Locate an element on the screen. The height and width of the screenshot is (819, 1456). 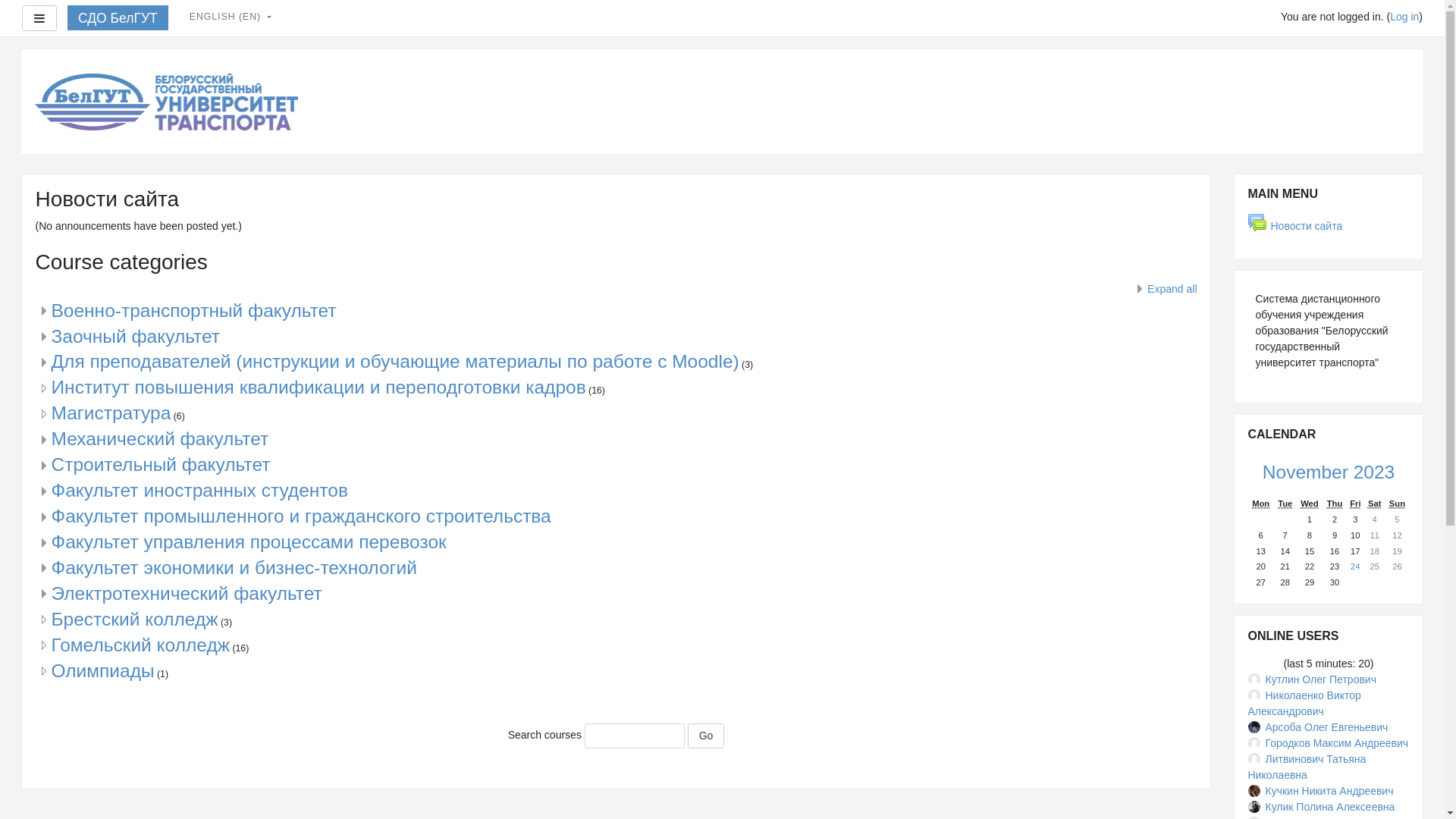
'Skip Main menu' is located at coordinates (1233, 172).